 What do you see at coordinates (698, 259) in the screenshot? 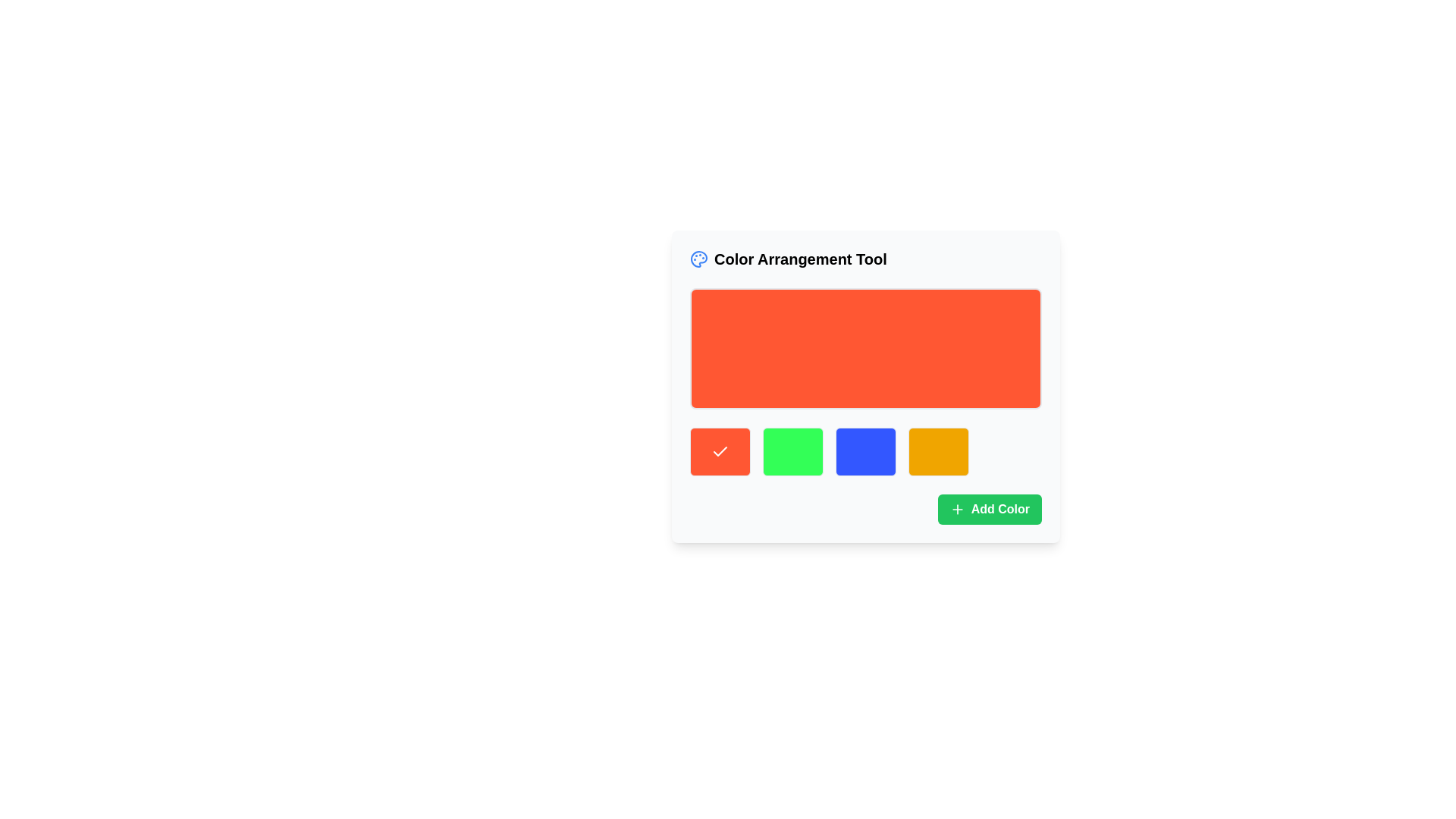
I see `the blue painter's palette icon located at the leftmost side of the header section of the 'Color Arrangement Tool' interface` at bounding box center [698, 259].